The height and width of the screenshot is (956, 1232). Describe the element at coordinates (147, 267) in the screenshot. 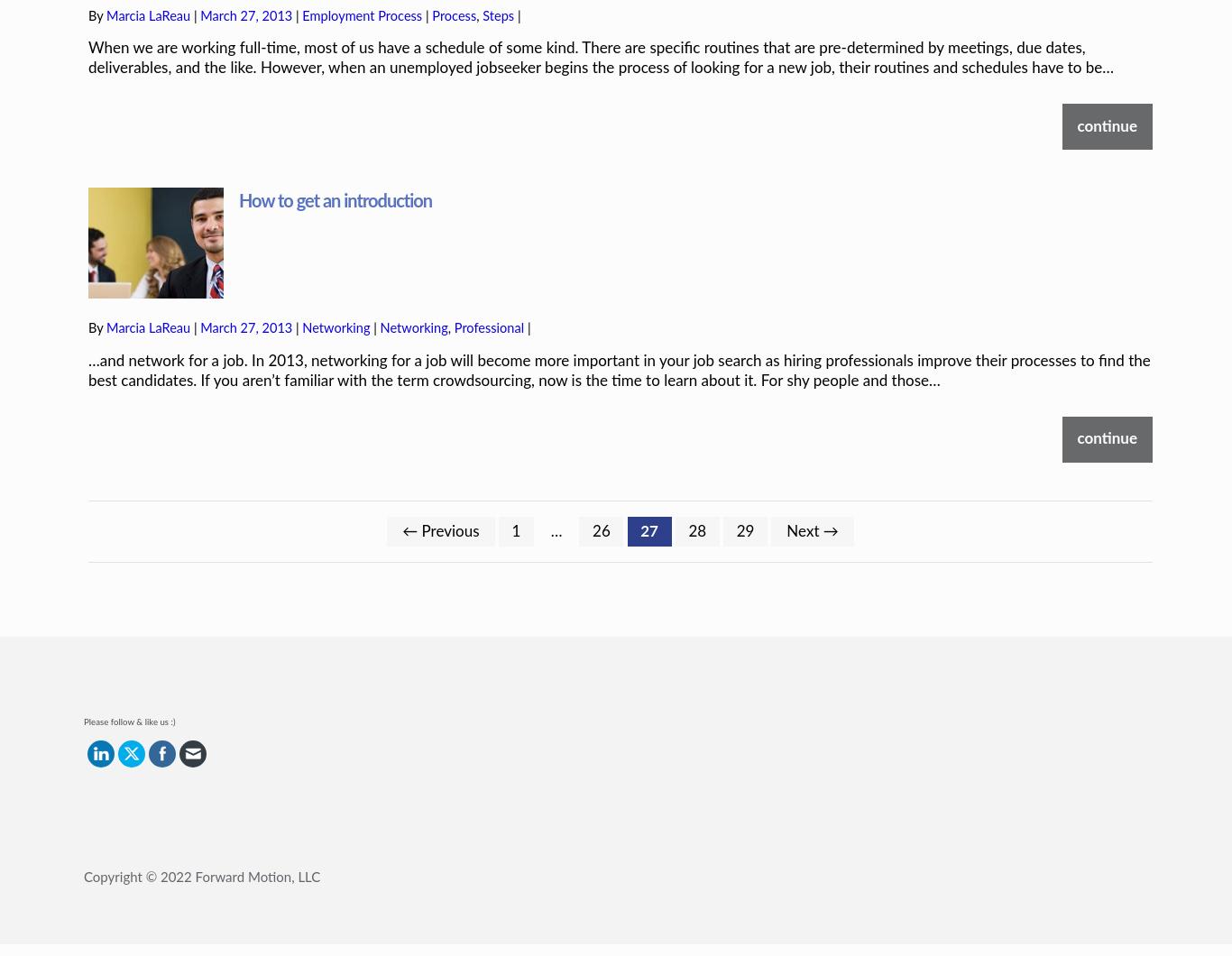

I see `'Marcia LaReau'` at that location.